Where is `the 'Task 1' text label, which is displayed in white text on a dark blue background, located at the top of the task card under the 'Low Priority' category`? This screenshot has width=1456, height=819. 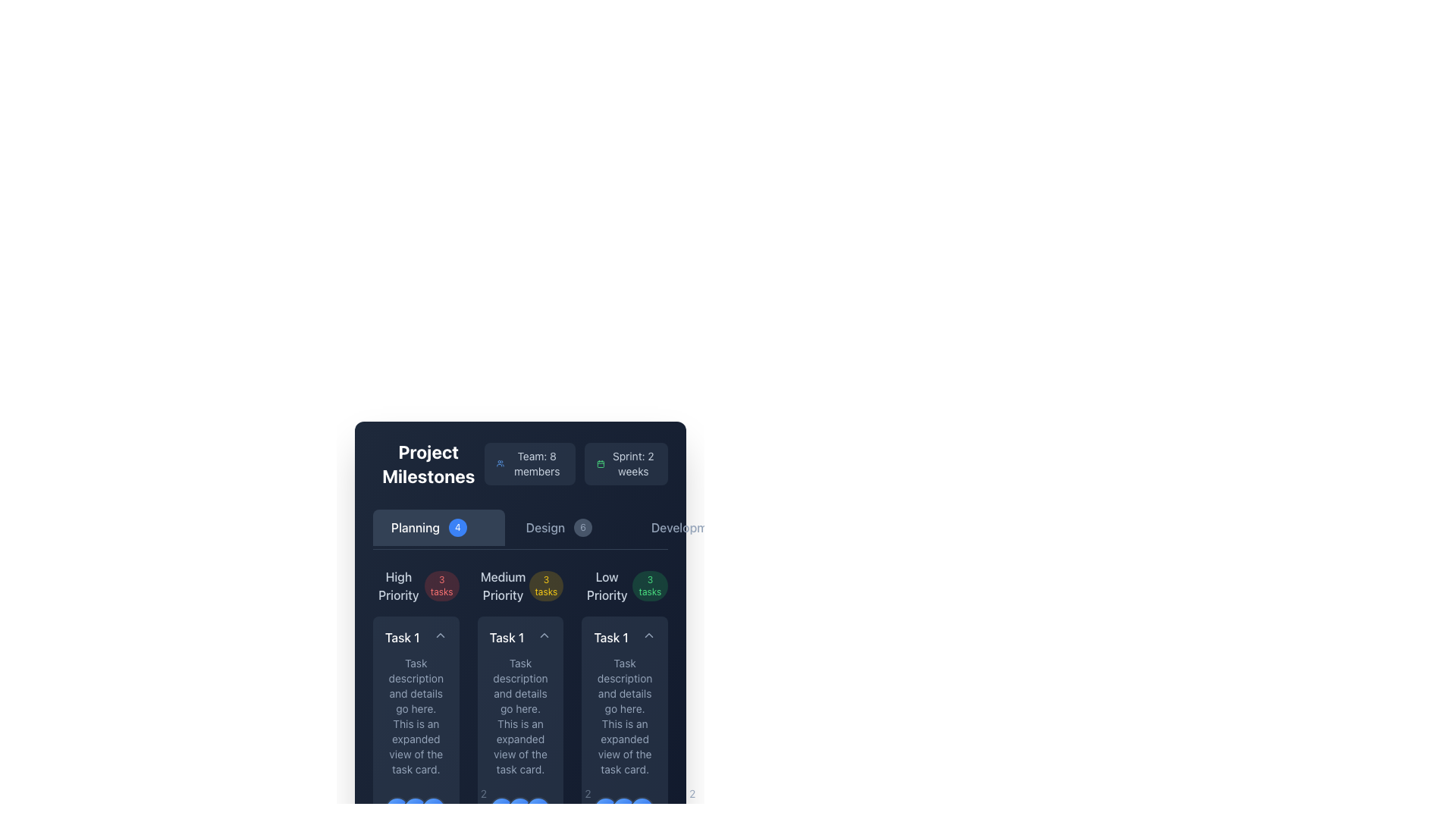
the 'Task 1' text label, which is displayed in white text on a dark blue background, located at the top of the task card under the 'Low Priority' category is located at coordinates (625, 637).